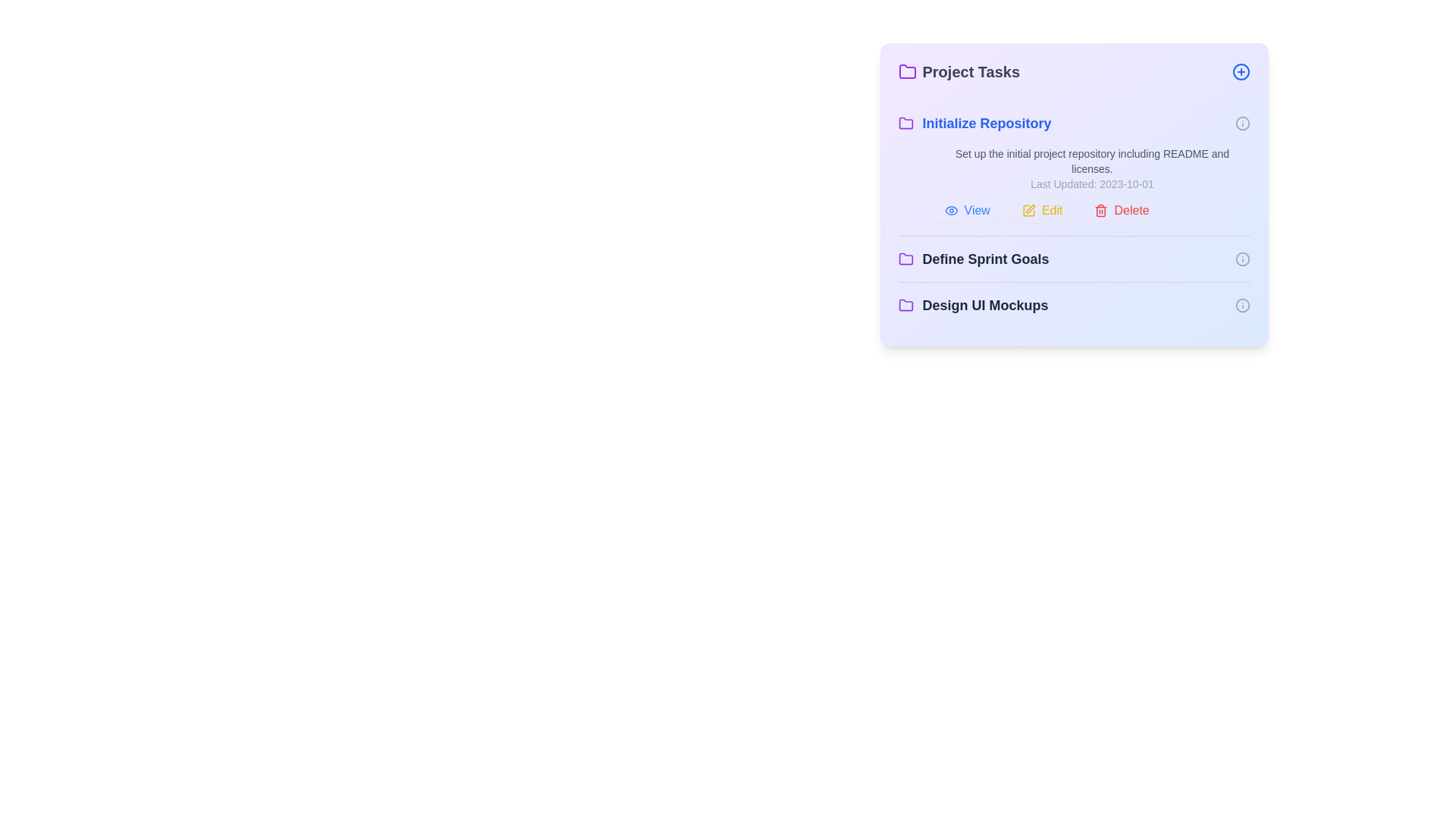  What do you see at coordinates (1041, 210) in the screenshot?
I see `the second button in the 'Initialize Repository' section` at bounding box center [1041, 210].